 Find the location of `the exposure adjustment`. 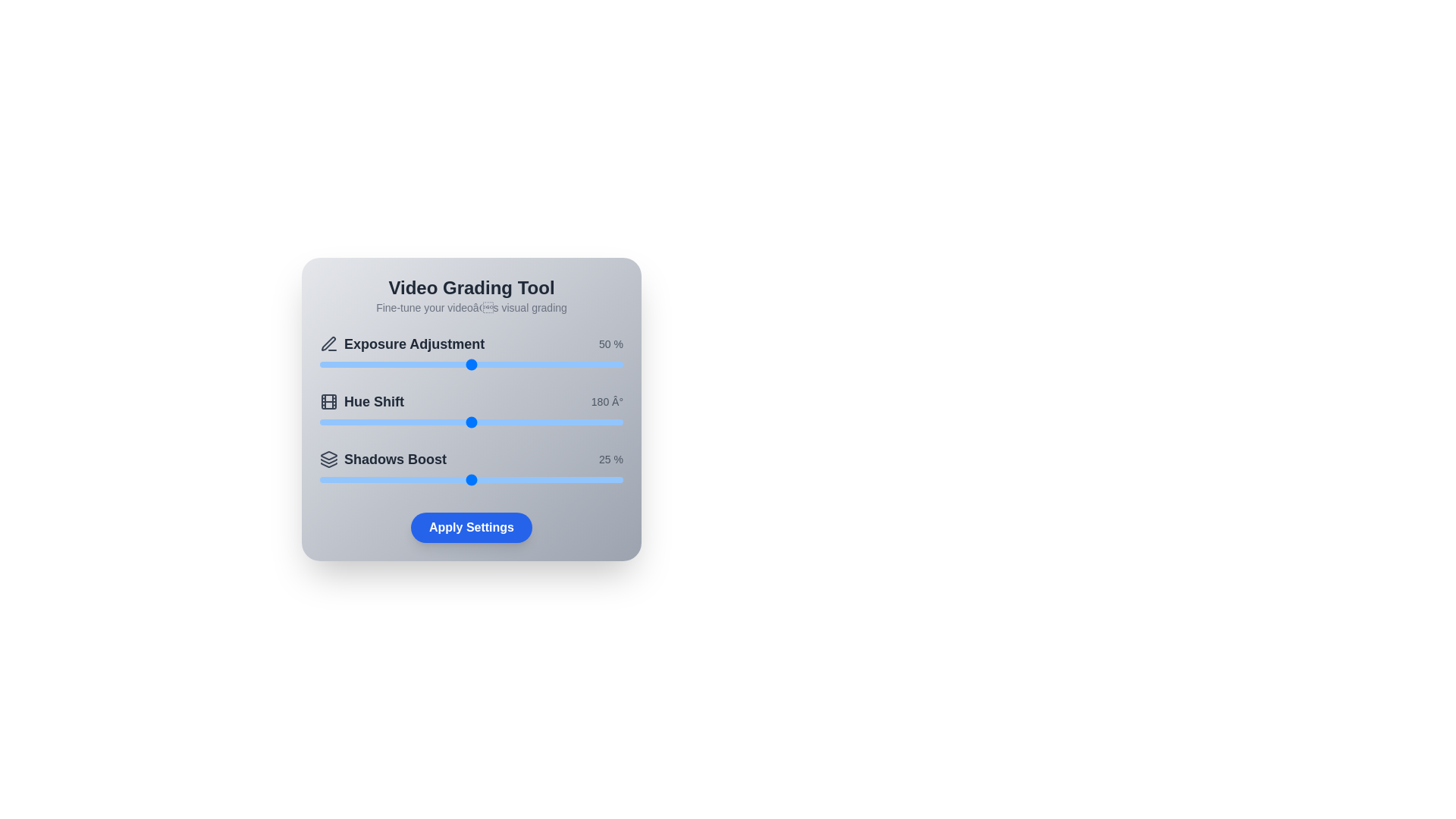

the exposure adjustment is located at coordinates (346, 365).